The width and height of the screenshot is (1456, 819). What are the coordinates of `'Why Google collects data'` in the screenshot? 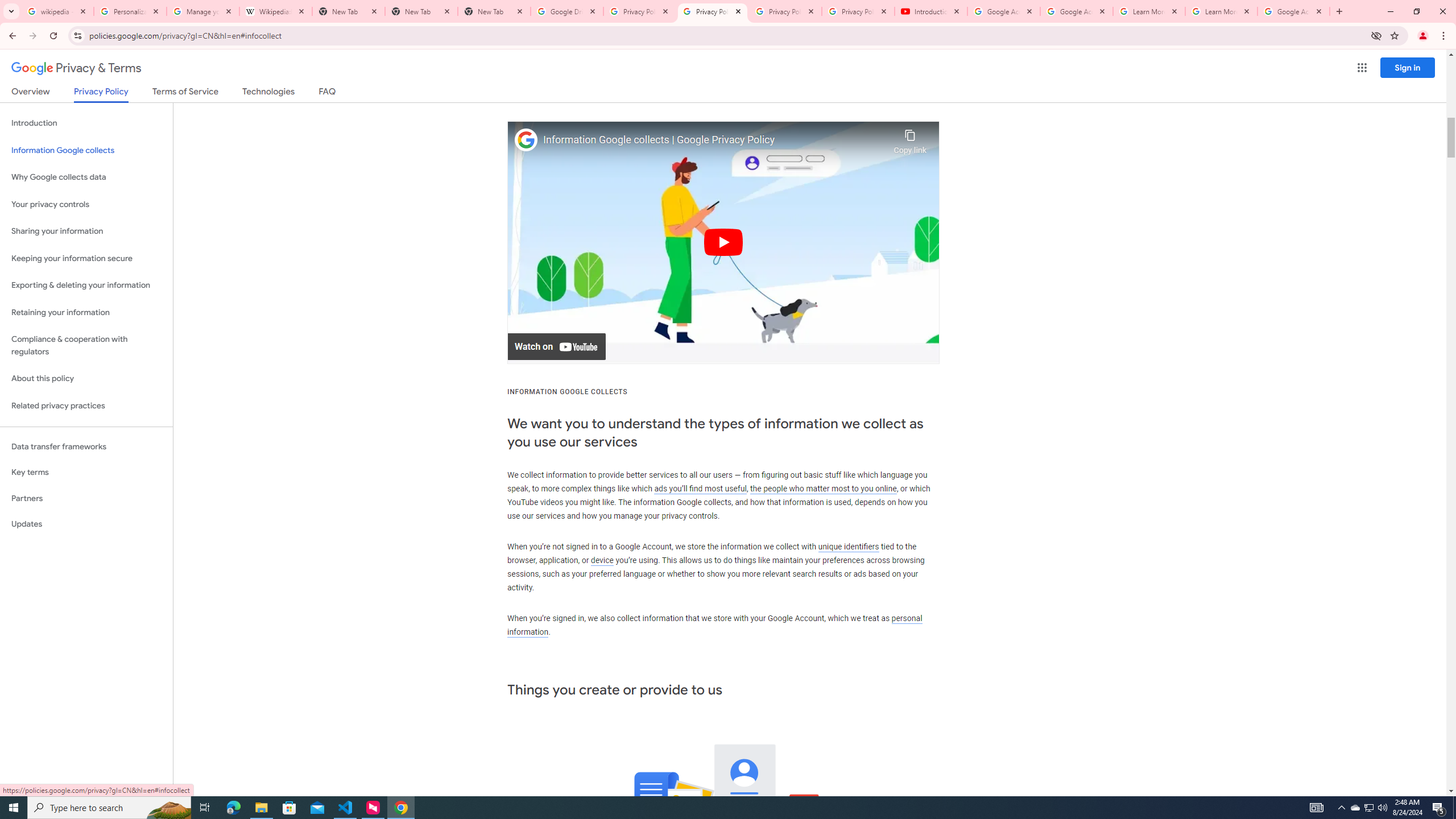 It's located at (86, 176).